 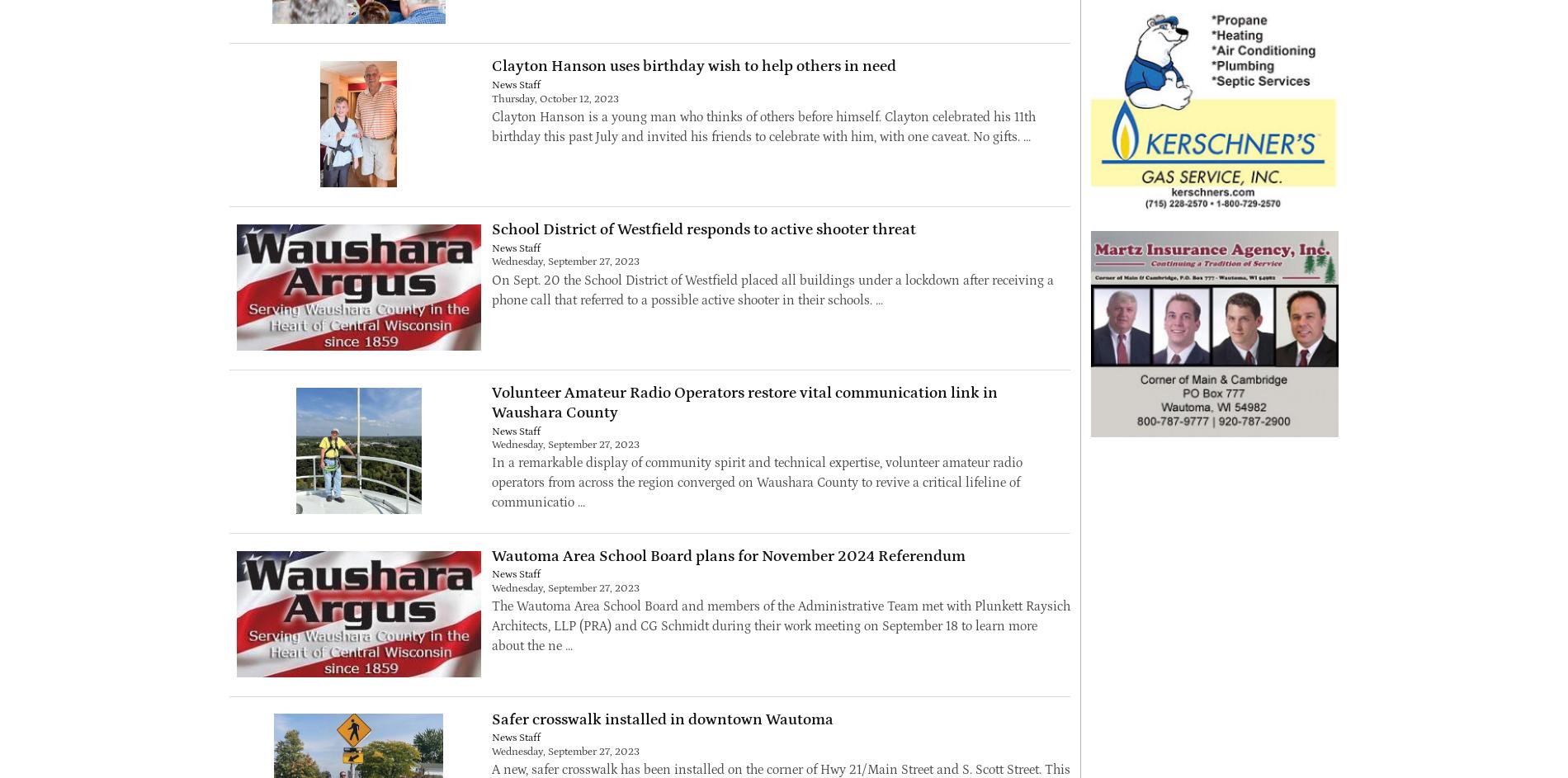 I want to click on 'Volunteer Amateur Radio Operators restore vital communication link in Waushara County', so click(x=743, y=401).